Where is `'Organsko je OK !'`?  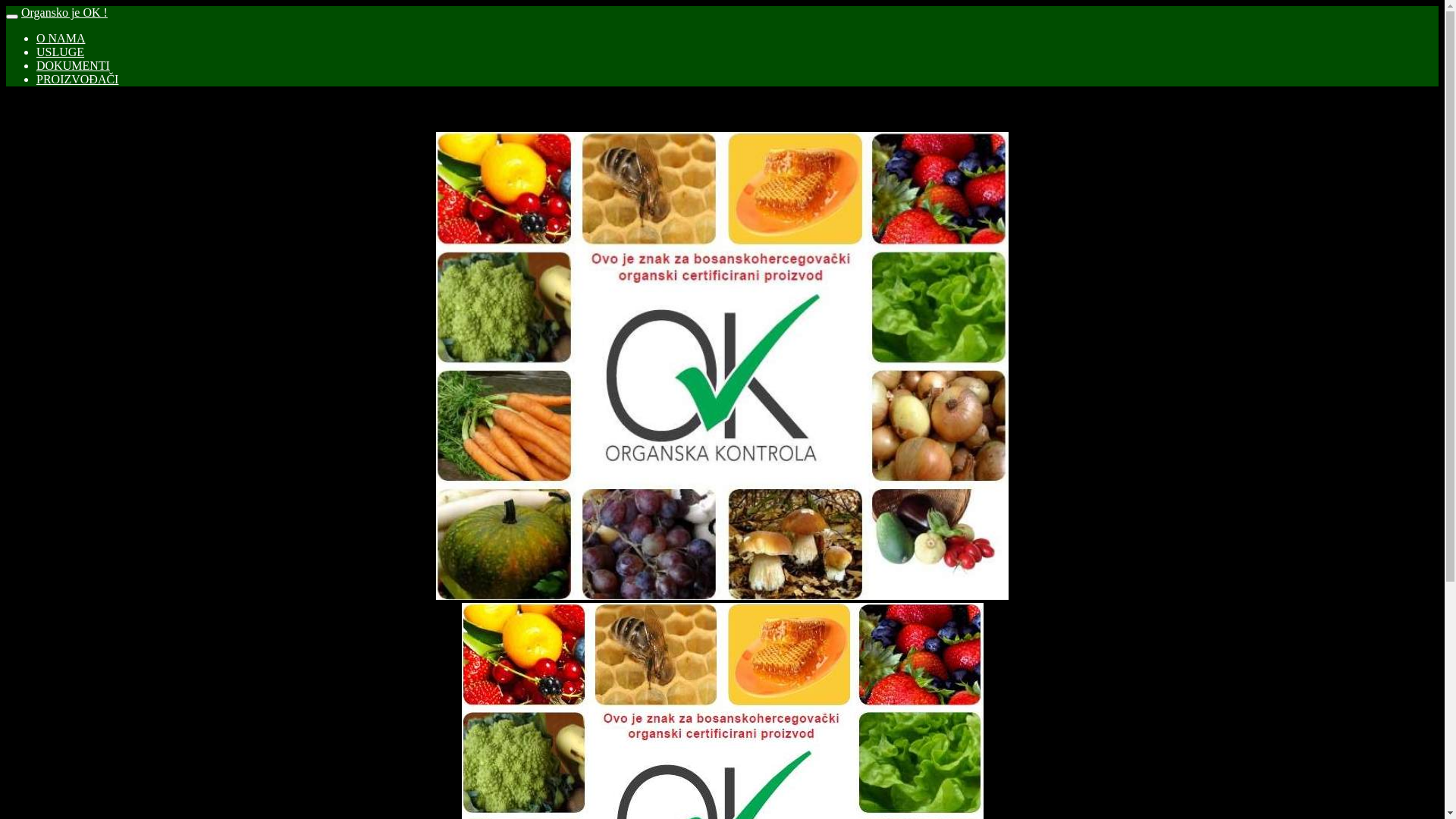
'Organsko je OK !' is located at coordinates (64, 12).